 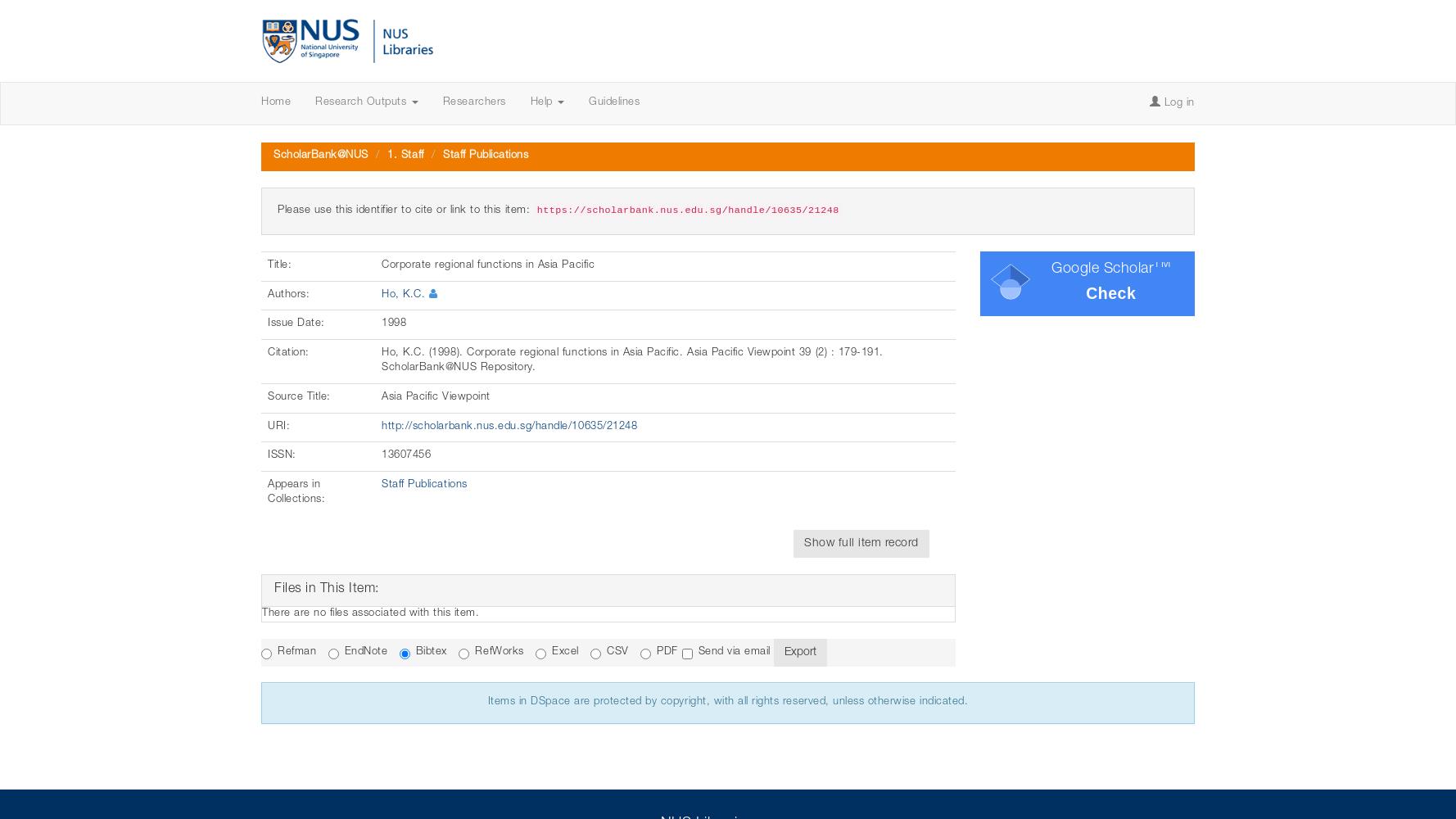 What do you see at coordinates (498, 652) in the screenshot?
I see `'RefWorks'` at bounding box center [498, 652].